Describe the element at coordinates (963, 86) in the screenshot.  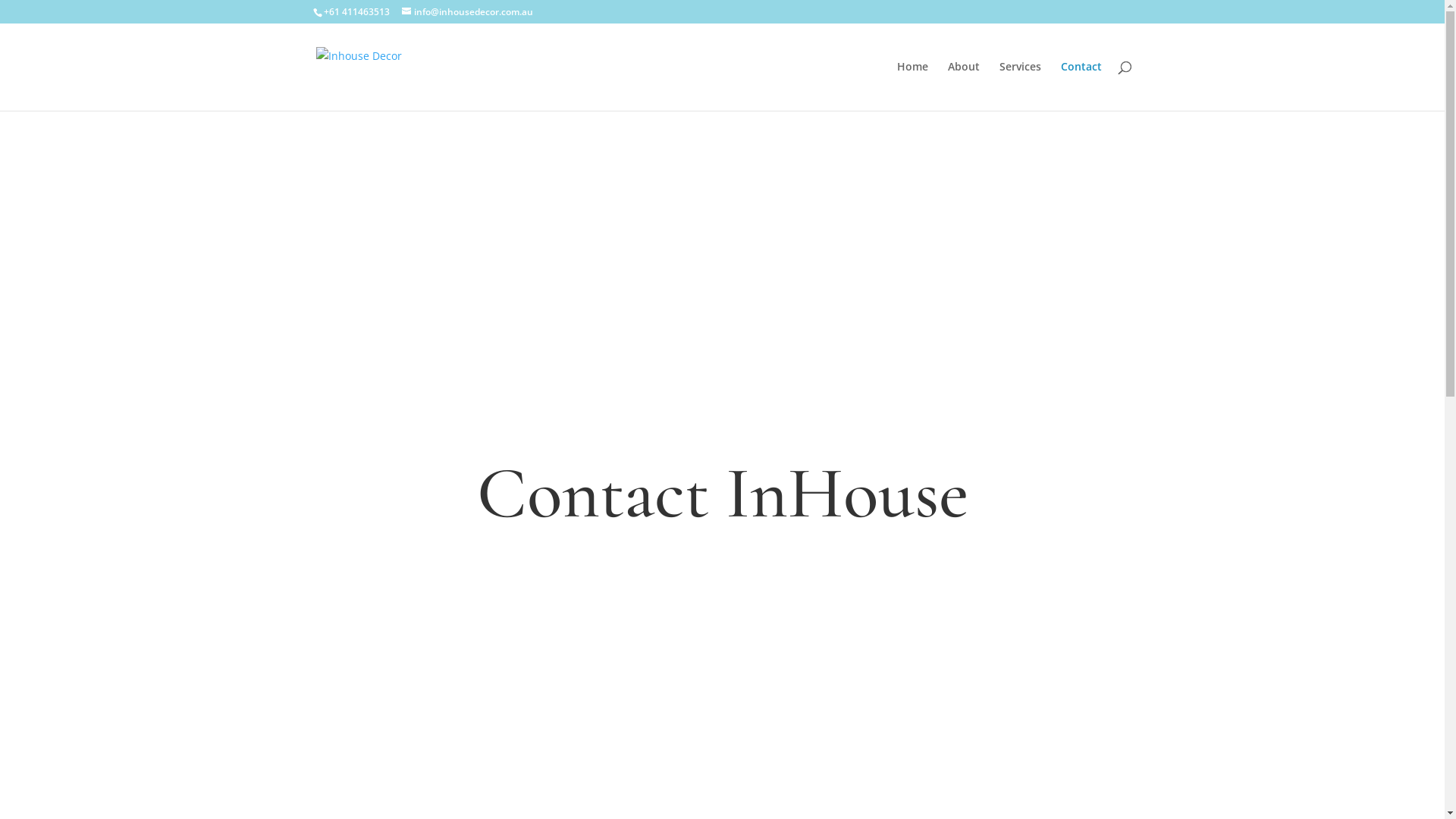
I see `'About'` at that location.